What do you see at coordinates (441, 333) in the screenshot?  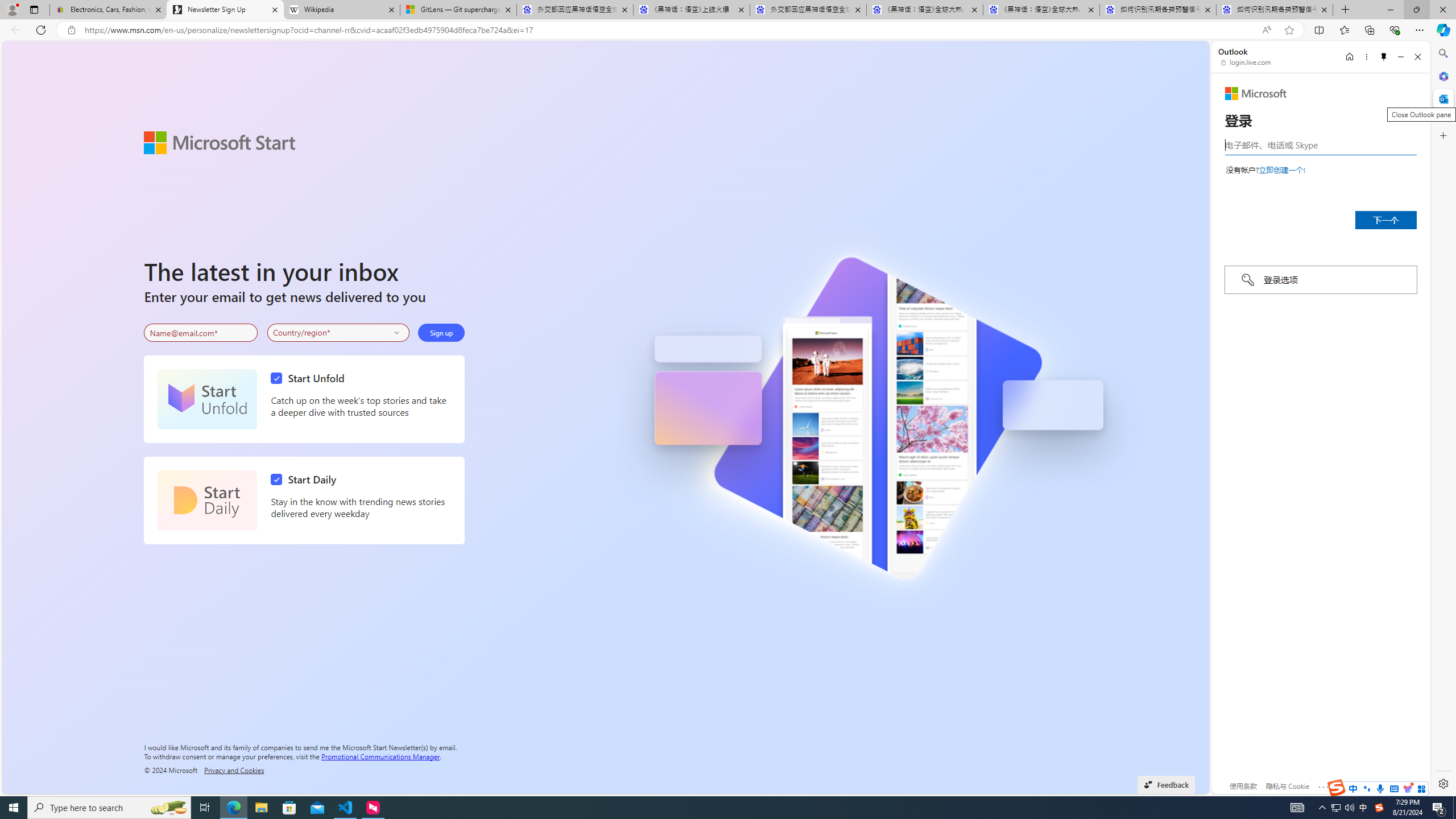 I see `'Sign up'` at bounding box center [441, 333].